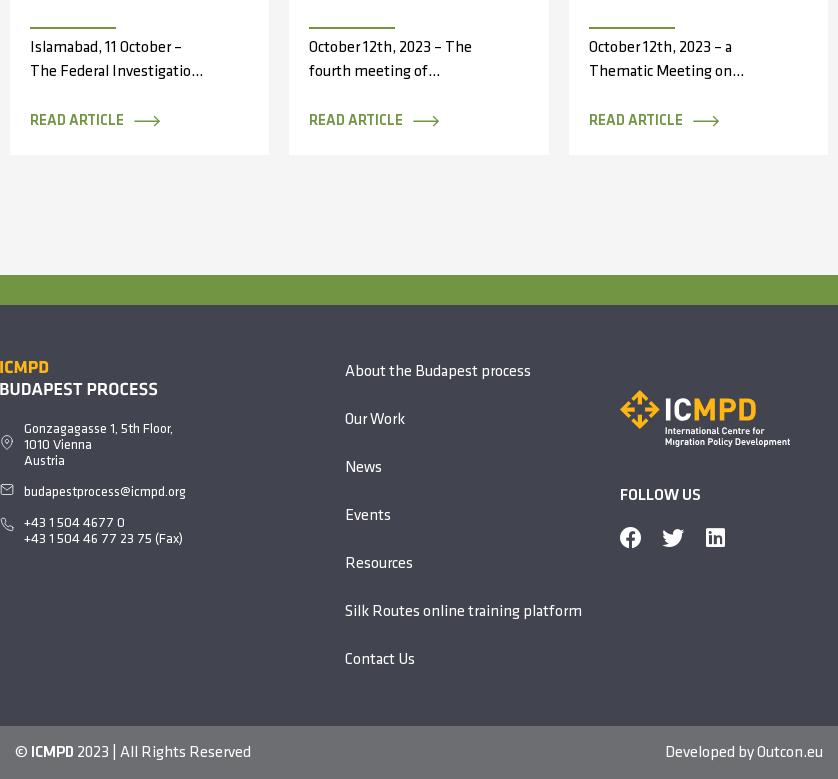 The height and width of the screenshot is (779, 838). I want to click on 'October 12th, 2023 – a Thematic Meeting on Integrated Border Management (IBM), with a focus on the Silk Routes (SR)...', so click(675, 106).